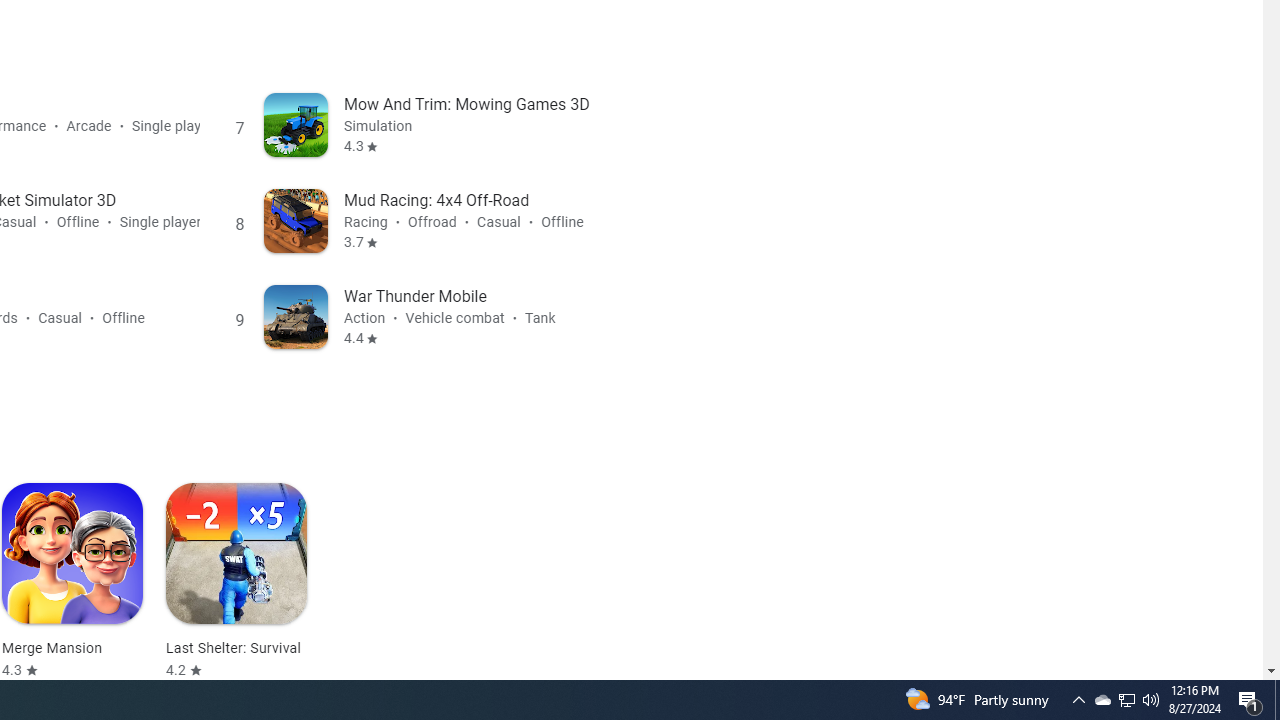 The height and width of the screenshot is (720, 1280). Describe the element at coordinates (72, 581) in the screenshot. I see `'Merge Mansion Rated 4.3 stars out of five stars'` at that location.